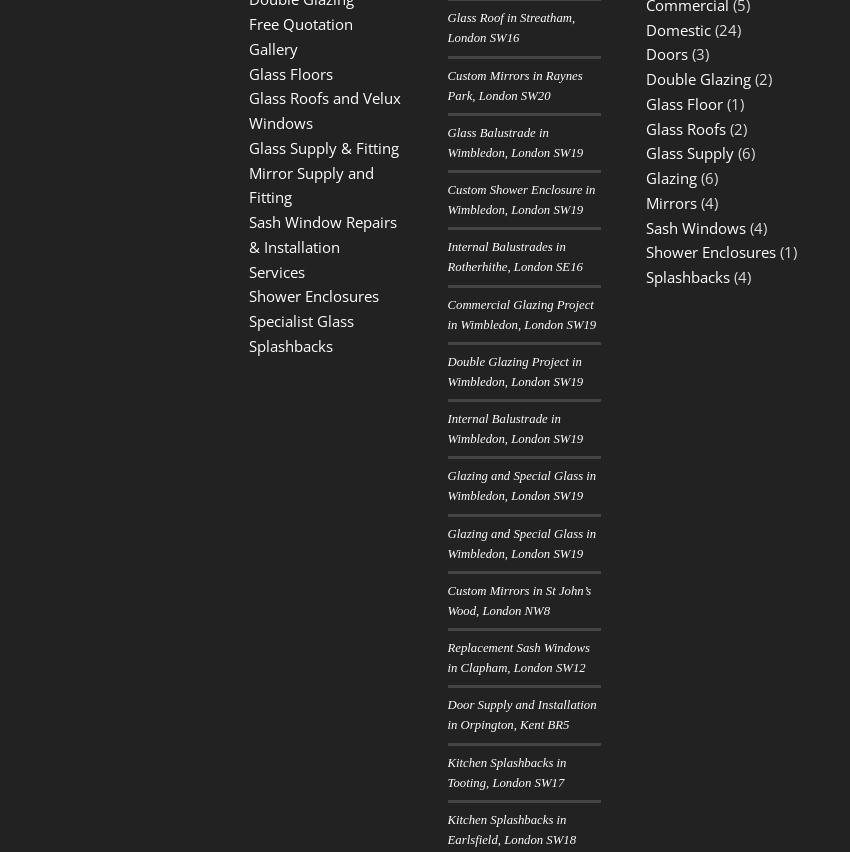 The height and width of the screenshot is (852, 850). What do you see at coordinates (248, 23) in the screenshot?
I see `'Free Quotation'` at bounding box center [248, 23].